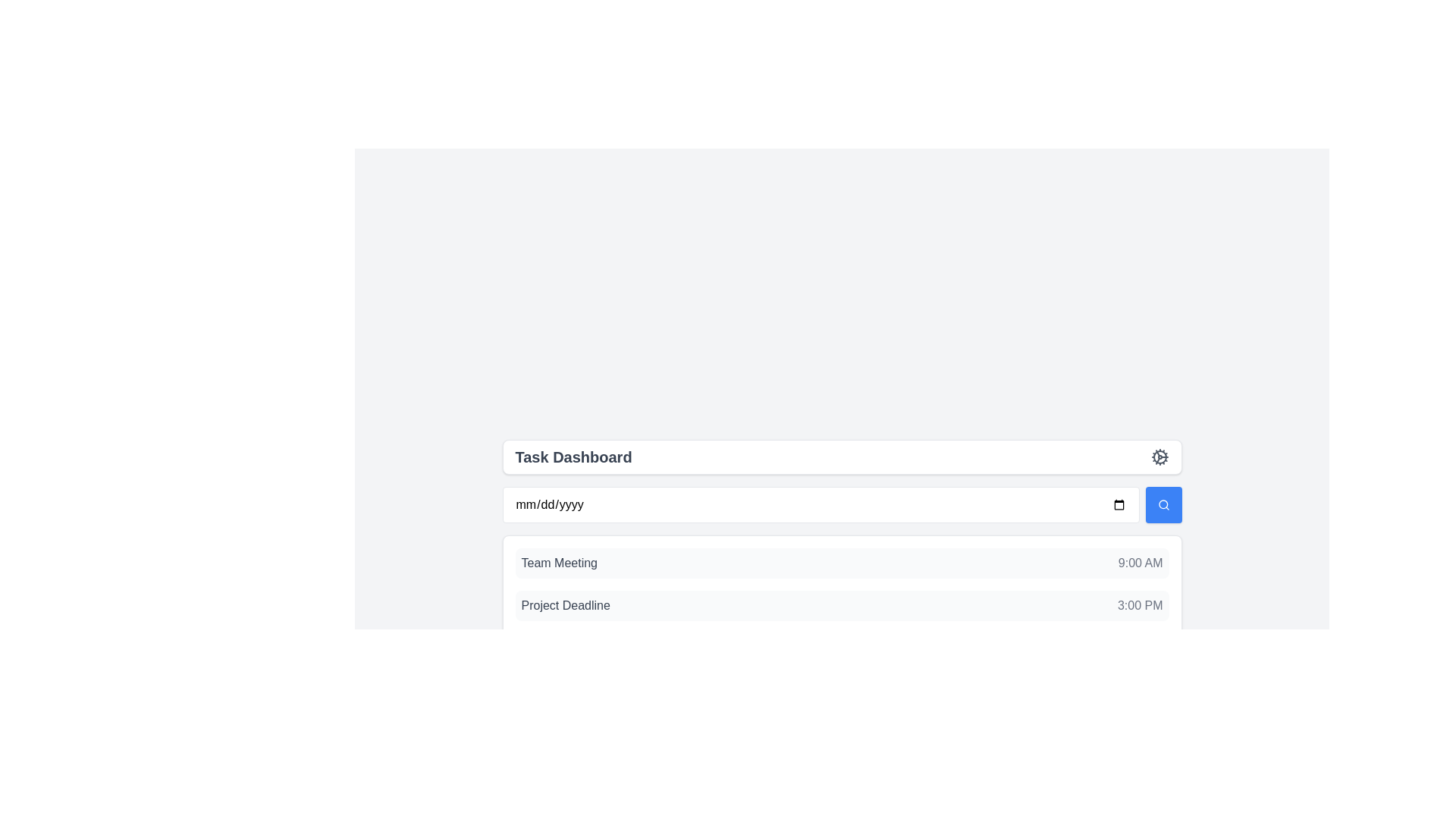 The width and height of the screenshot is (1456, 819). Describe the element at coordinates (841, 604) in the screenshot. I see `the second list item in the 'Task Dashboard' that displays a task or event description and its corresponding time, located below 'Team Meeting' and above 'Call with Client'` at that location.